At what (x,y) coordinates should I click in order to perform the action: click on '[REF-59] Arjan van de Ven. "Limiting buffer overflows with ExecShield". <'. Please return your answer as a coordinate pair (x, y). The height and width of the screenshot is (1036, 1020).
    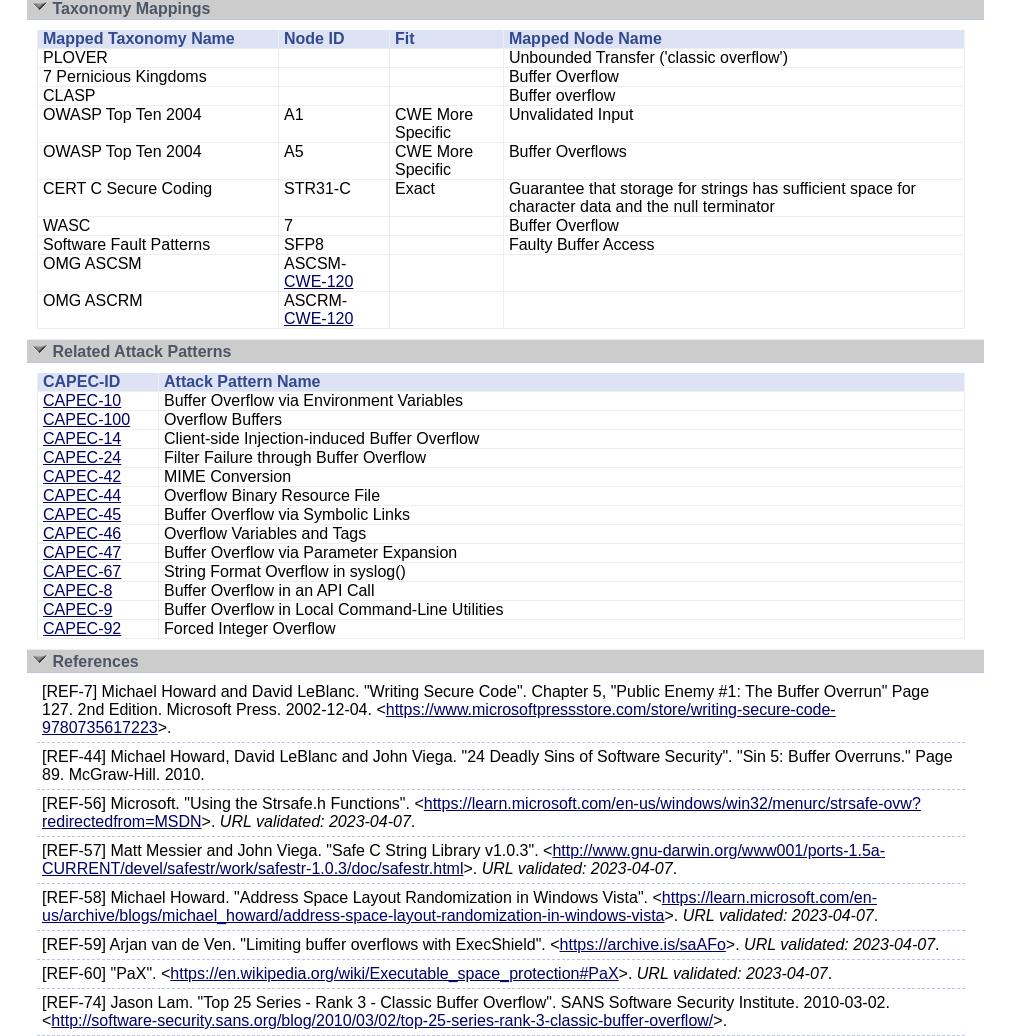
    Looking at the image, I should click on (300, 944).